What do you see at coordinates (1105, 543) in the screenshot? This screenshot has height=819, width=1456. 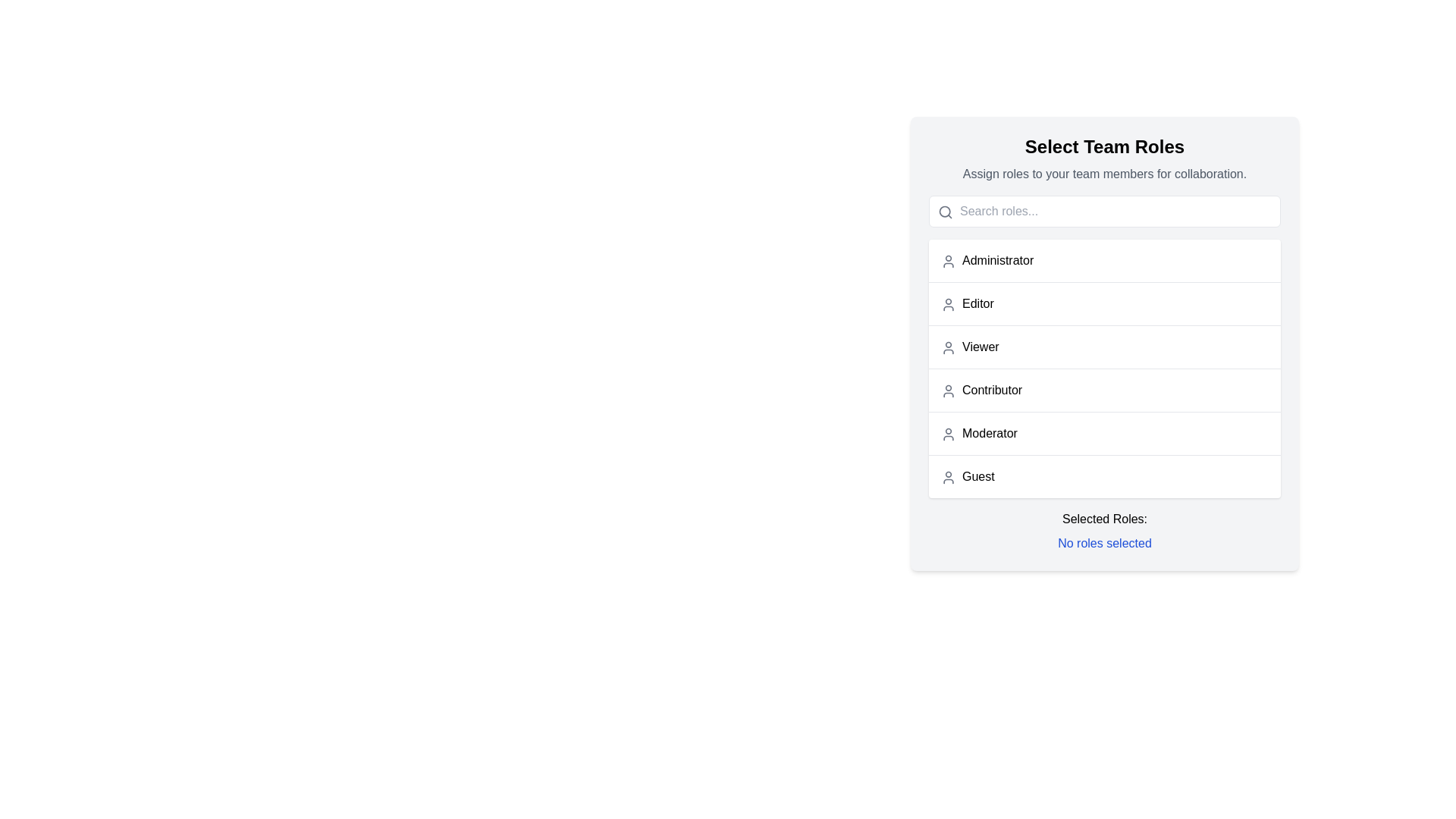 I see `the text label displaying 'No roles selected', which is styled in blue and located directly below 'Selected Roles:' in the role selection section` at bounding box center [1105, 543].